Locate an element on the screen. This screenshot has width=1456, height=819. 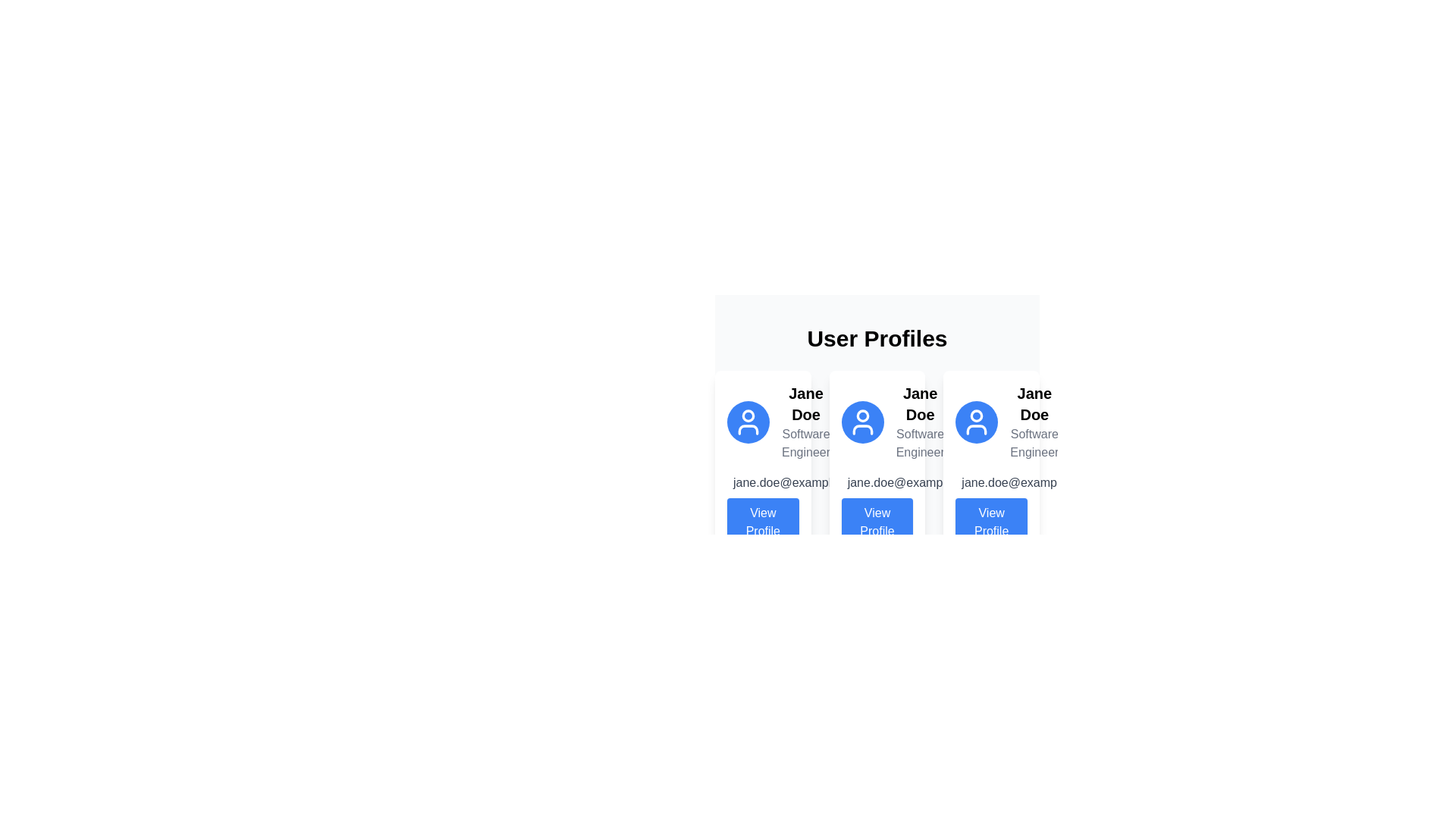
user's details from the user profile card, which is the second card in the first row of the grid layout is located at coordinates (877, 405).